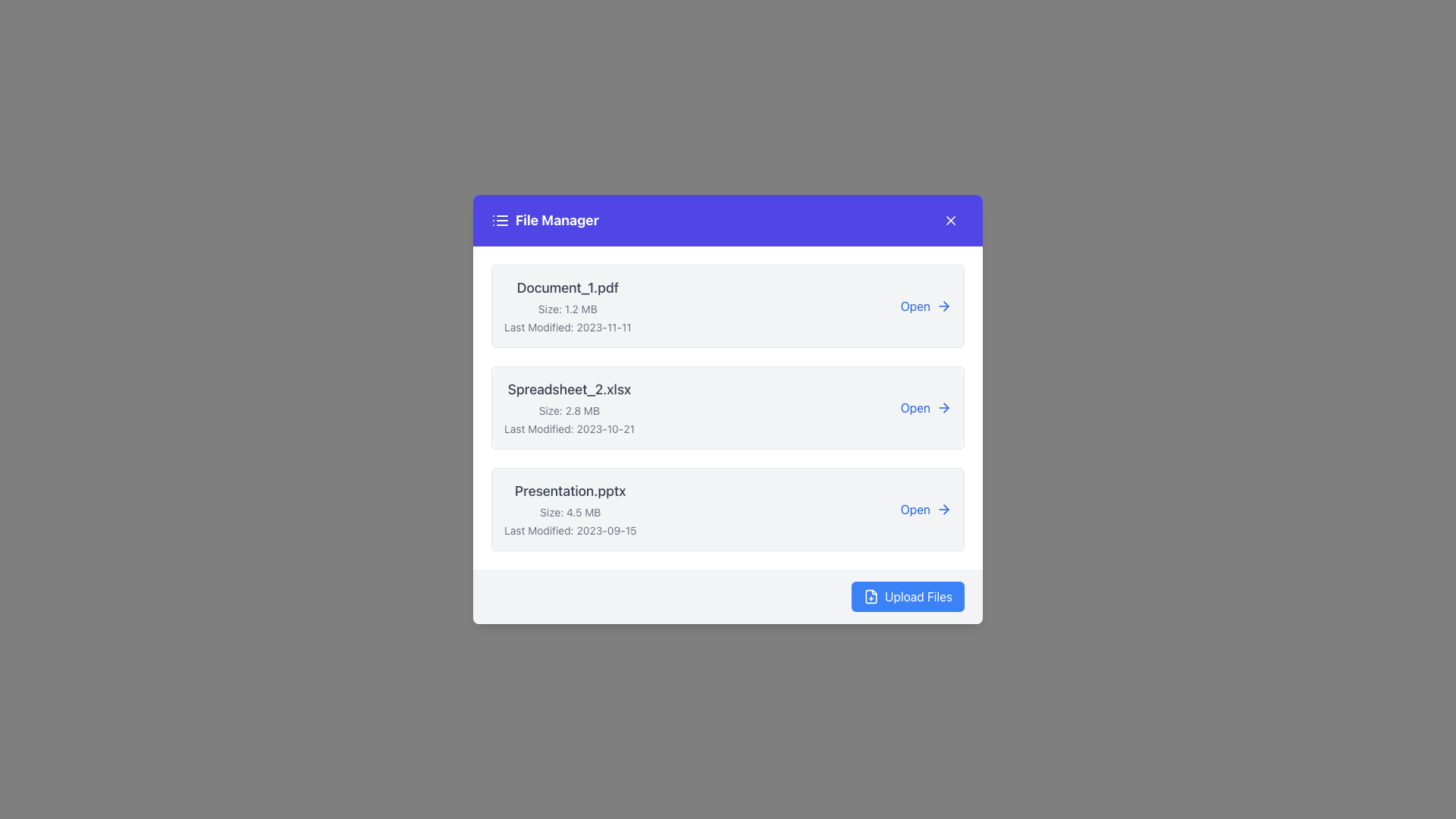 Image resolution: width=1456 pixels, height=819 pixels. I want to click on the right-pointing arrow icon button located to the right of the 'Open' label for the file 'Presentation.pptx', so click(946, 509).